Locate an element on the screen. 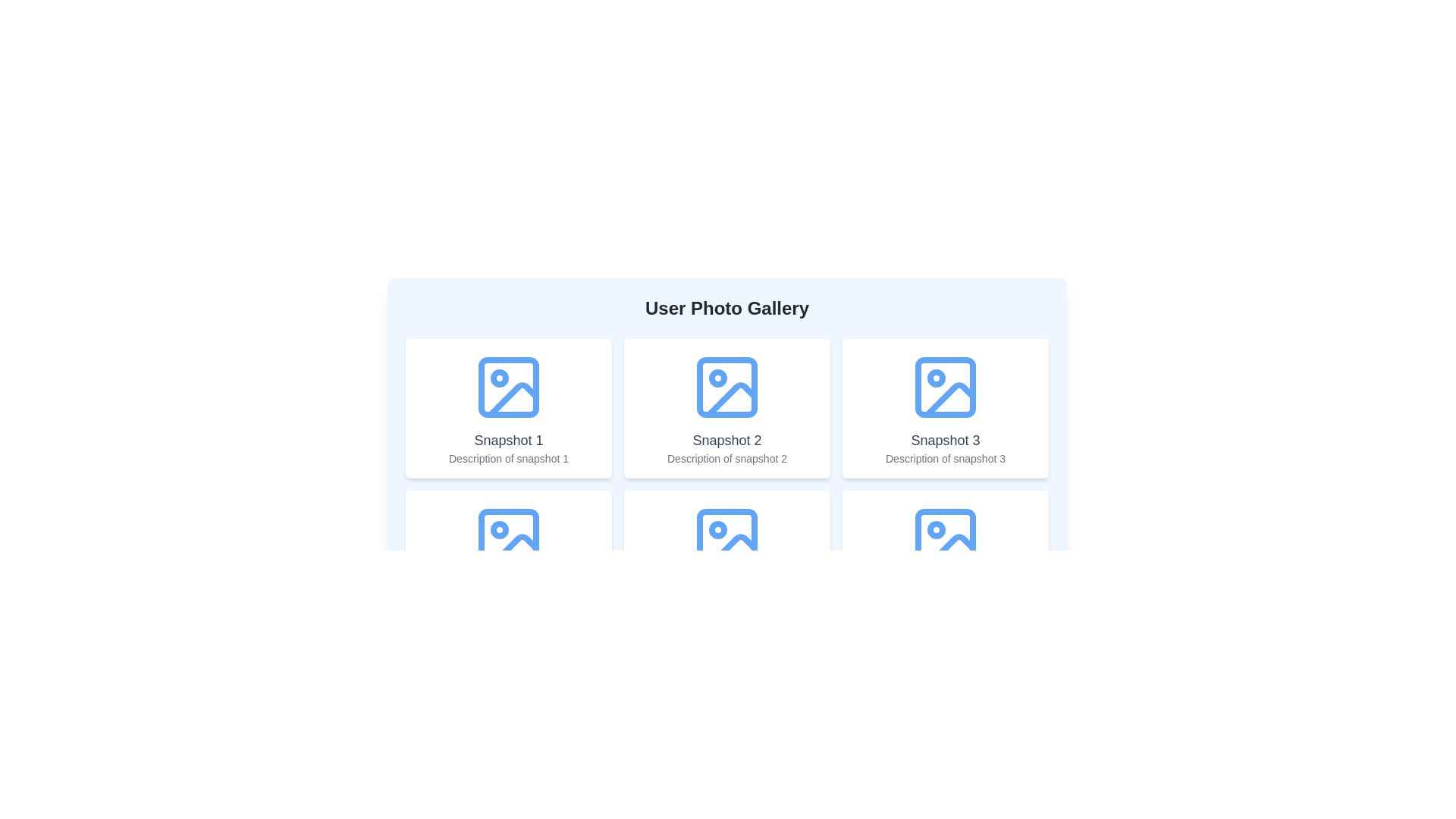  an item in the grid layout component located below the 'User Photo Gallery' title is located at coordinates (726, 485).